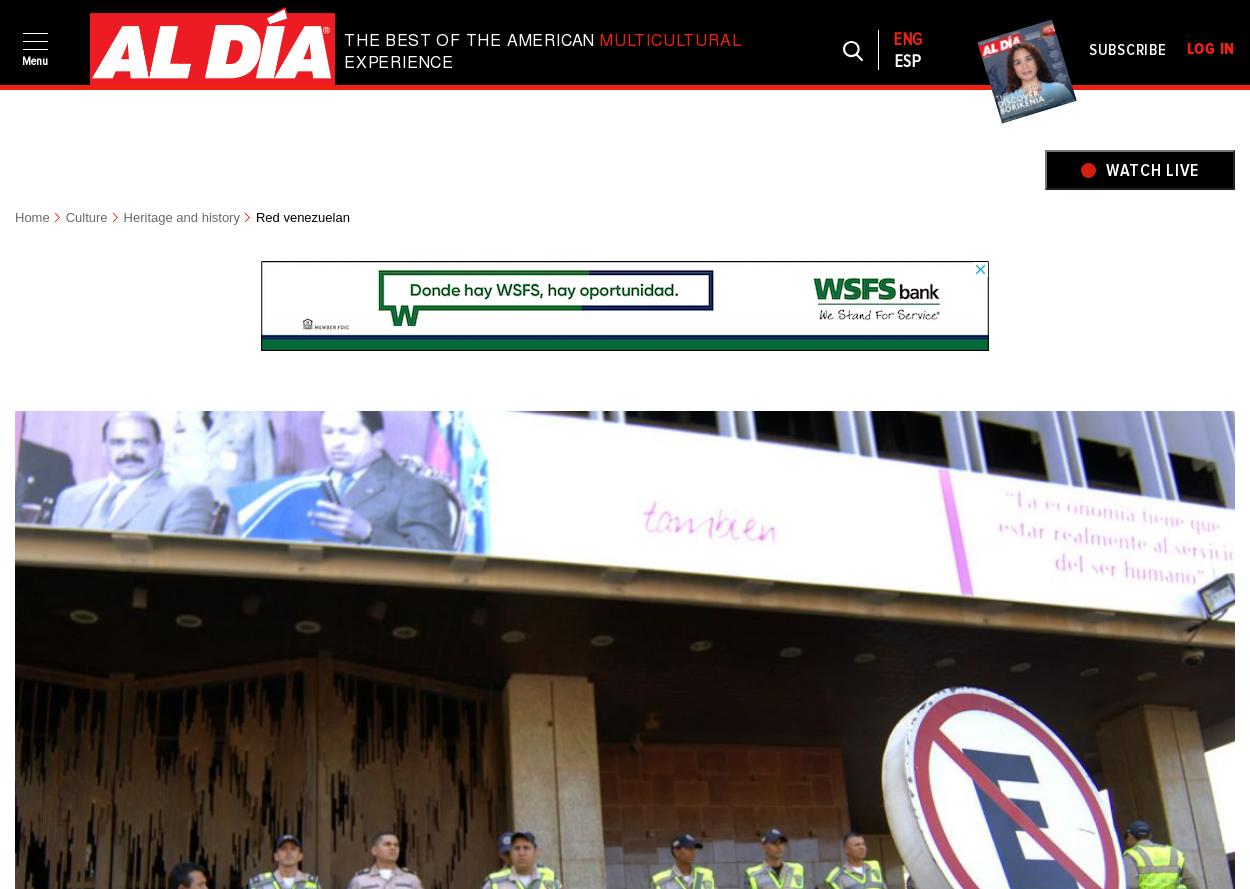 This screenshot has height=889, width=1250. Describe the element at coordinates (907, 60) in the screenshot. I see `'Esp'` at that location.